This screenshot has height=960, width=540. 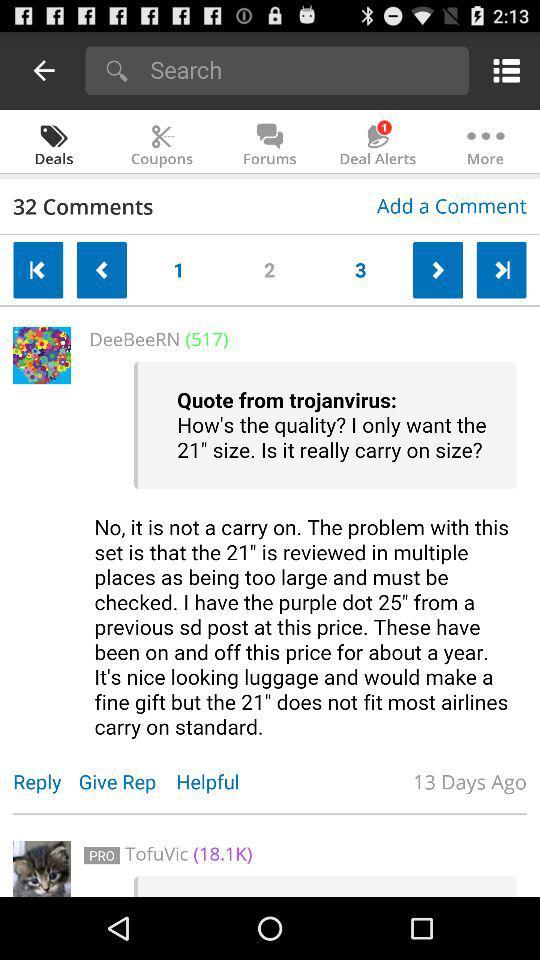 What do you see at coordinates (437, 269) in the screenshot?
I see `next page` at bounding box center [437, 269].